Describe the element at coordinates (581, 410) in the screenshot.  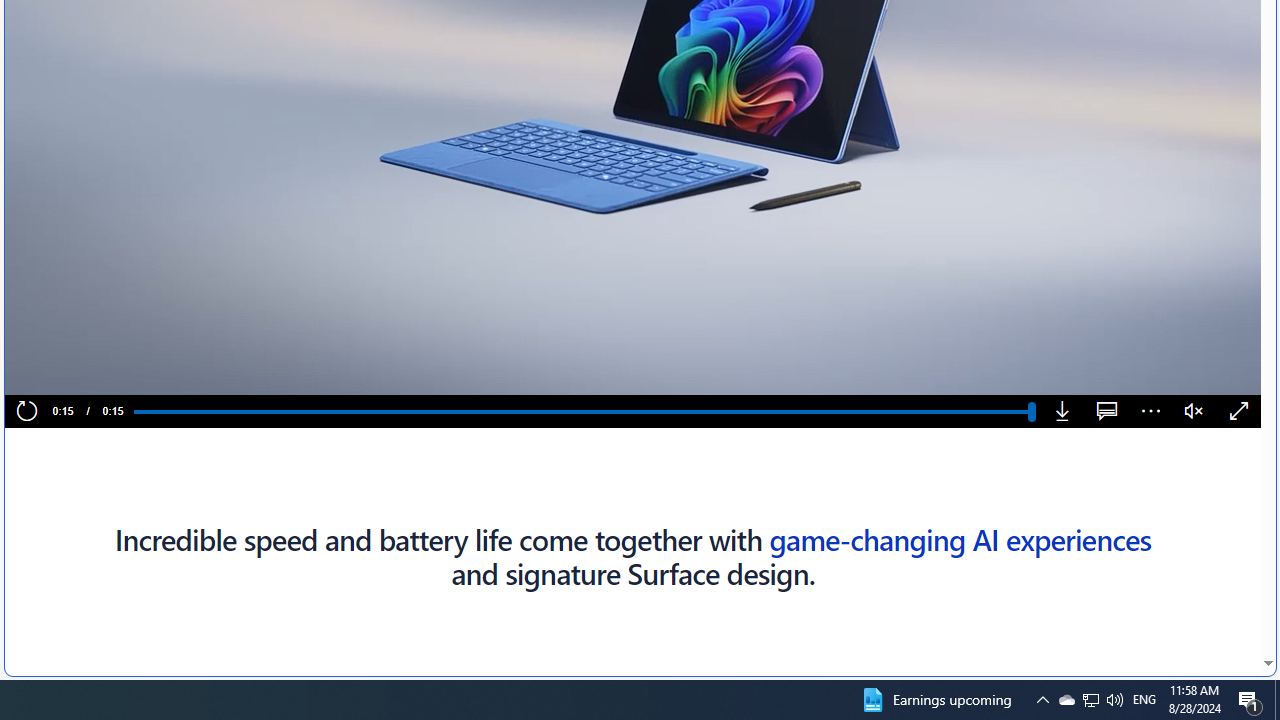
I see `'Progress Bar'` at that location.